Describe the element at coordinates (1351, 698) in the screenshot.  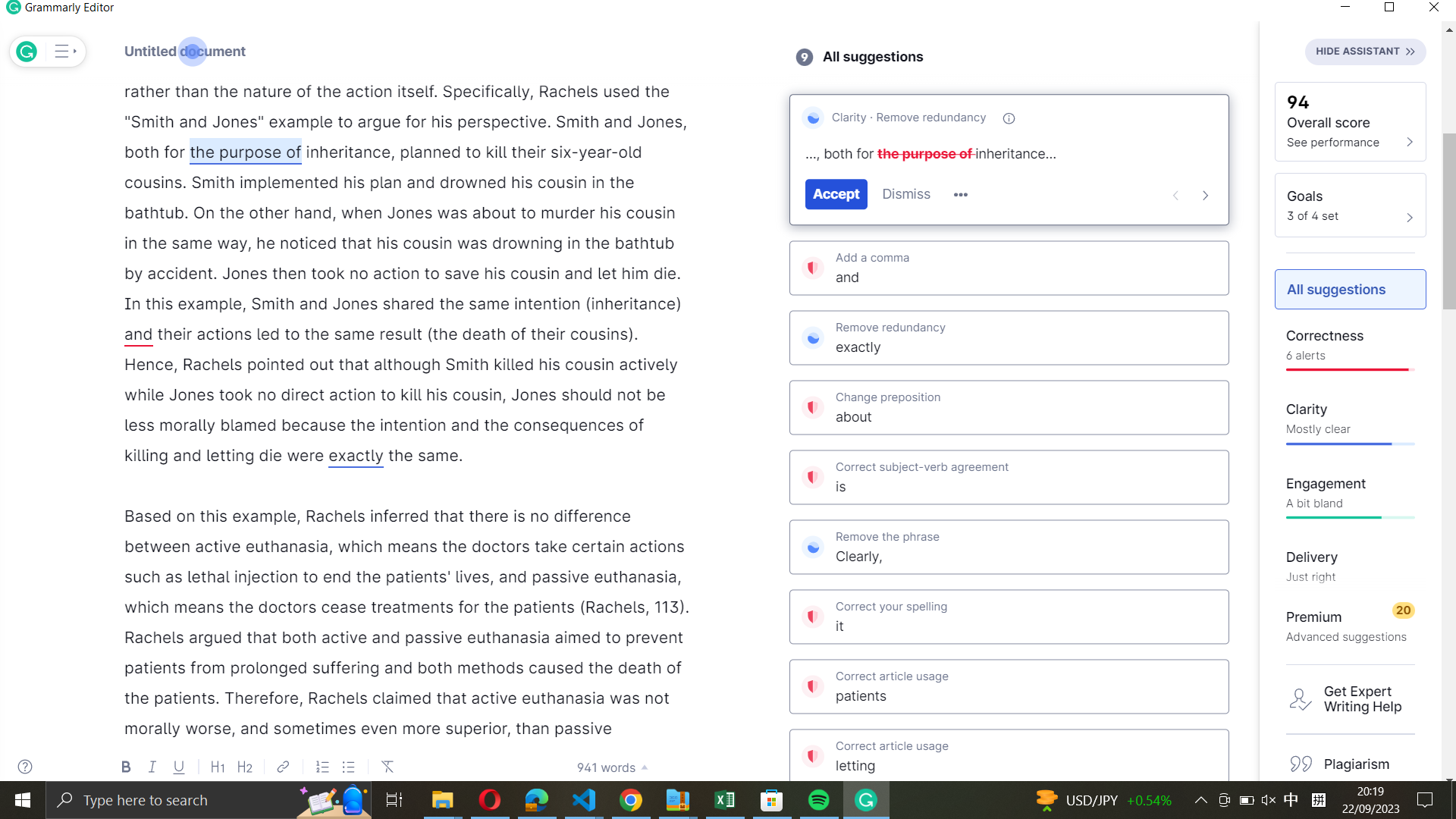
I see `Grammarly professional help` at that location.